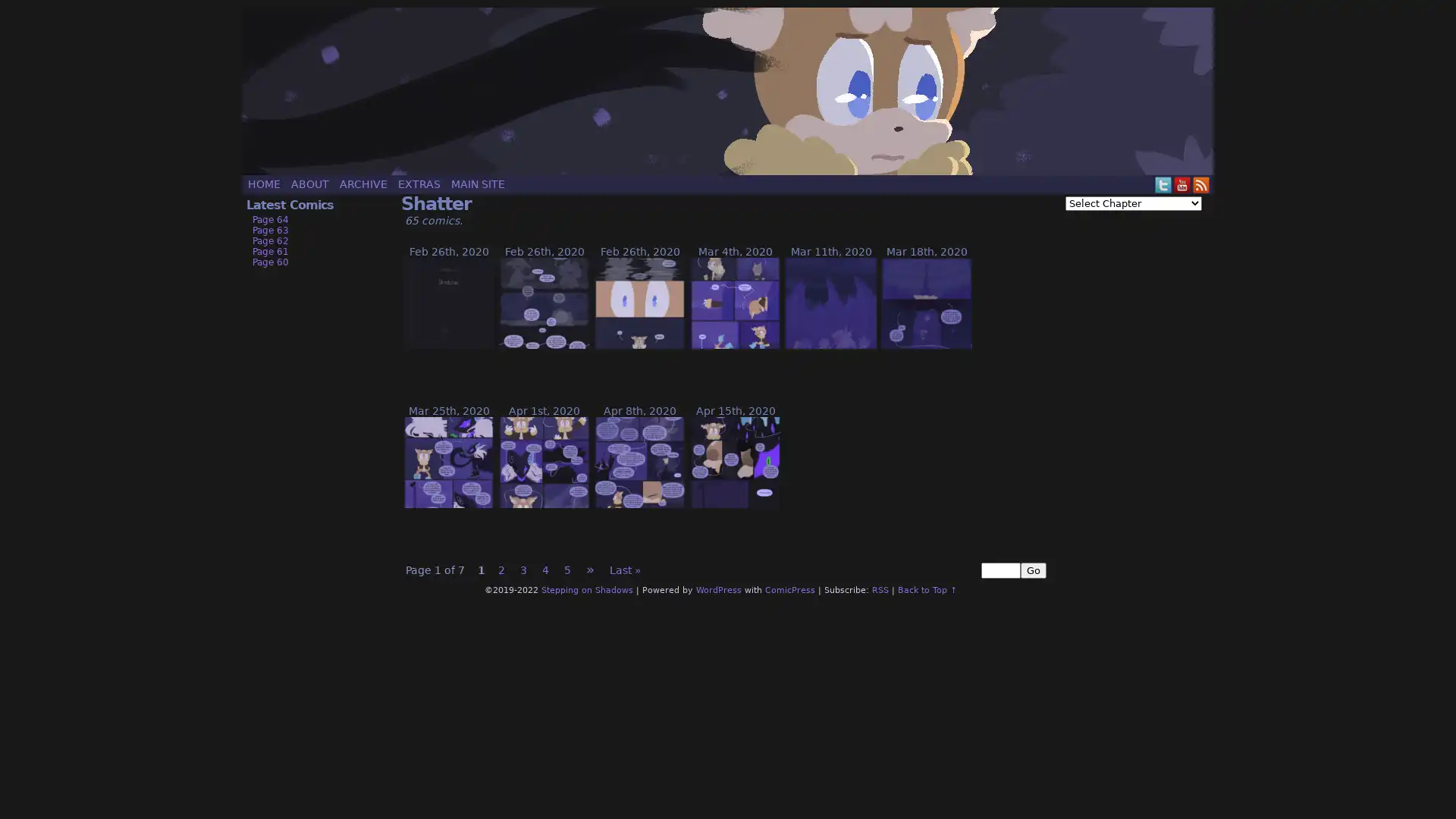  What do you see at coordinates (1033, 570) in the screenshot?
I see `Go` at bounding box center [1033, 570].